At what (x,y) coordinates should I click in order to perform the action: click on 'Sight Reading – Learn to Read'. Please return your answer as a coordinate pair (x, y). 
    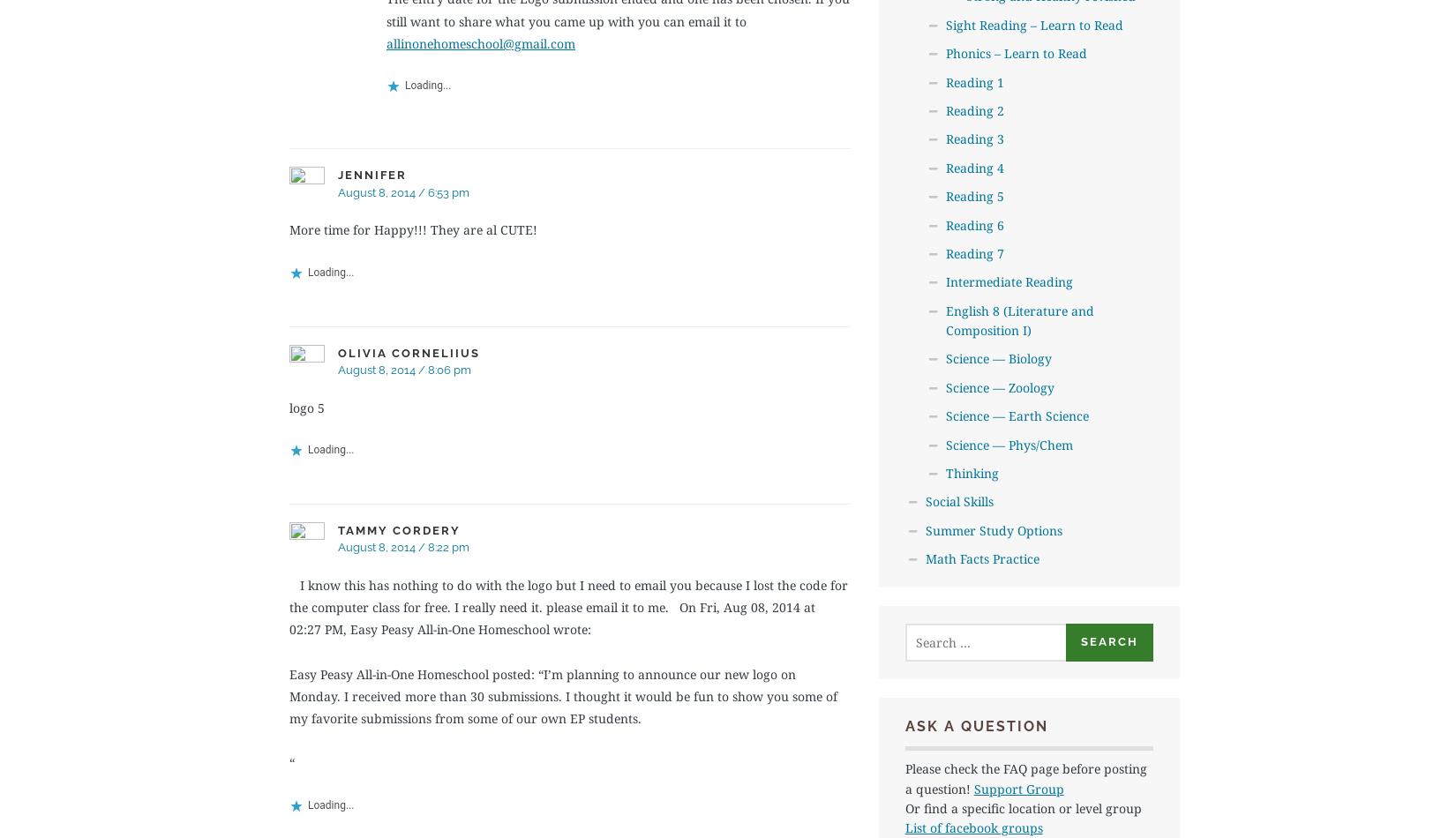
    Looking at the image, I should click on (1033, 24).